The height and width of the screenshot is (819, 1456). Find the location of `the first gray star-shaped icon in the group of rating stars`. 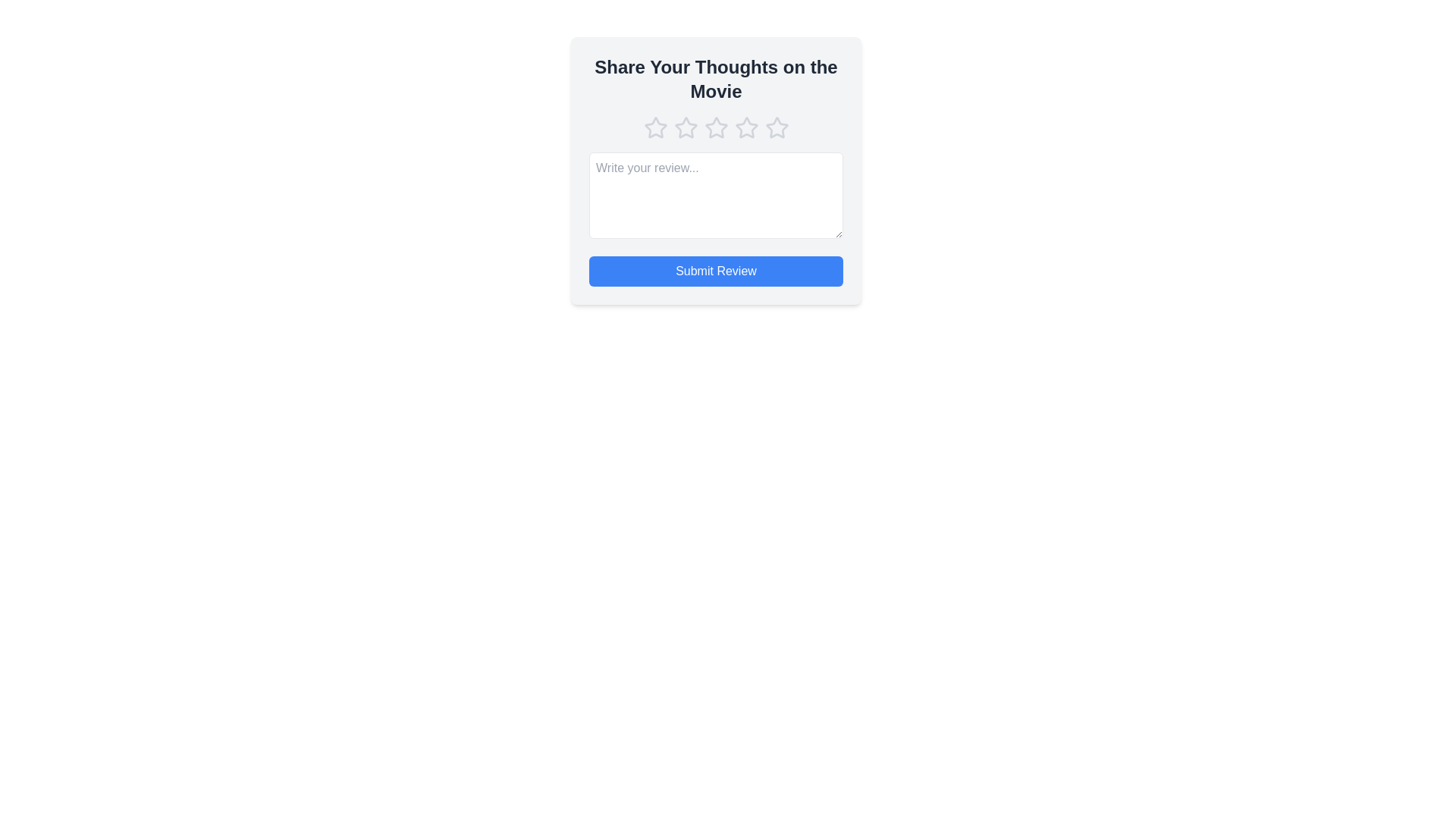

the first gray star-shaped icon in the group of rating stars is located at coordinates (655, 127).